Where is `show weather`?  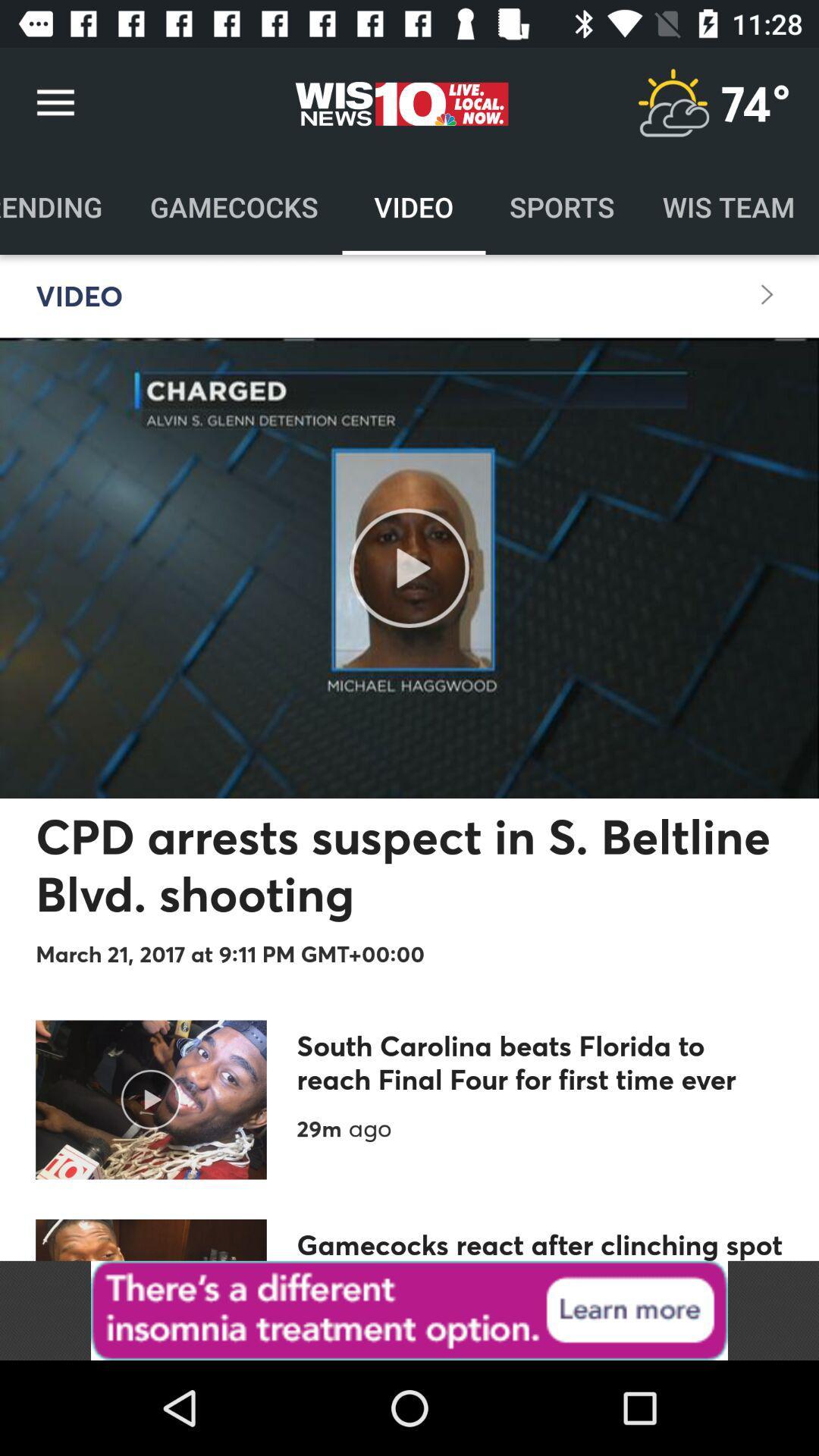 show weather is located at coordinates (672, 102).